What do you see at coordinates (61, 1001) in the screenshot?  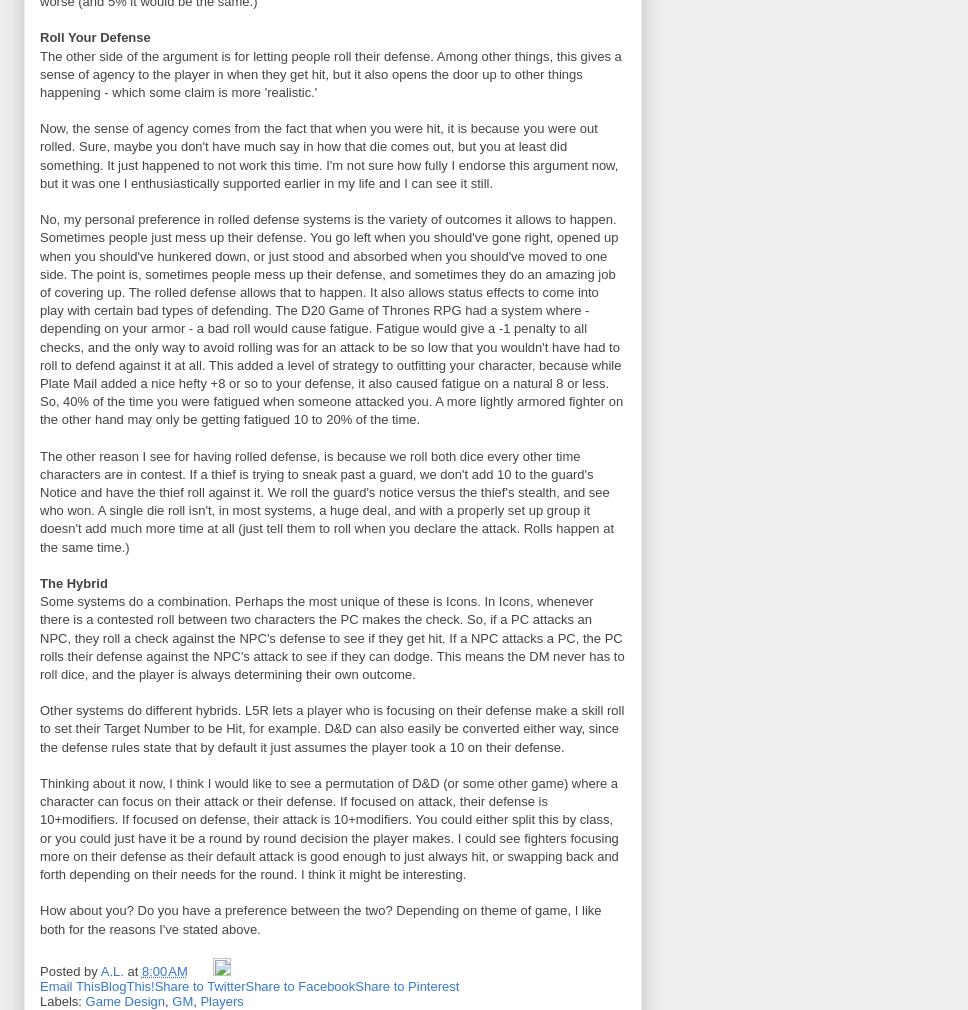 I see `'Labels:'` at bounding box center [61, 1001].